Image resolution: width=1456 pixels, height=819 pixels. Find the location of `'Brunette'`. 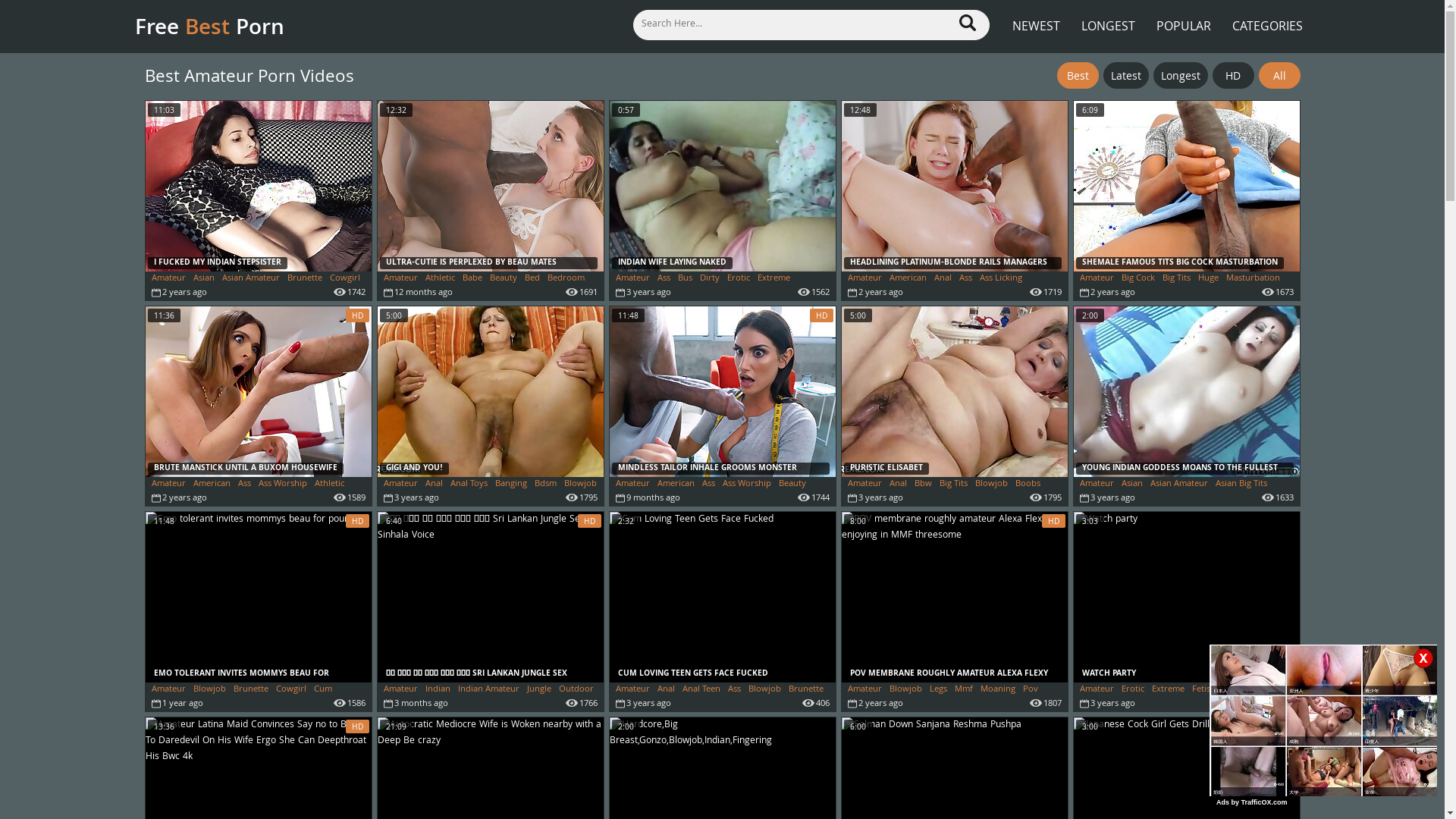

'Brunette' is located at coordinates (805, 689).